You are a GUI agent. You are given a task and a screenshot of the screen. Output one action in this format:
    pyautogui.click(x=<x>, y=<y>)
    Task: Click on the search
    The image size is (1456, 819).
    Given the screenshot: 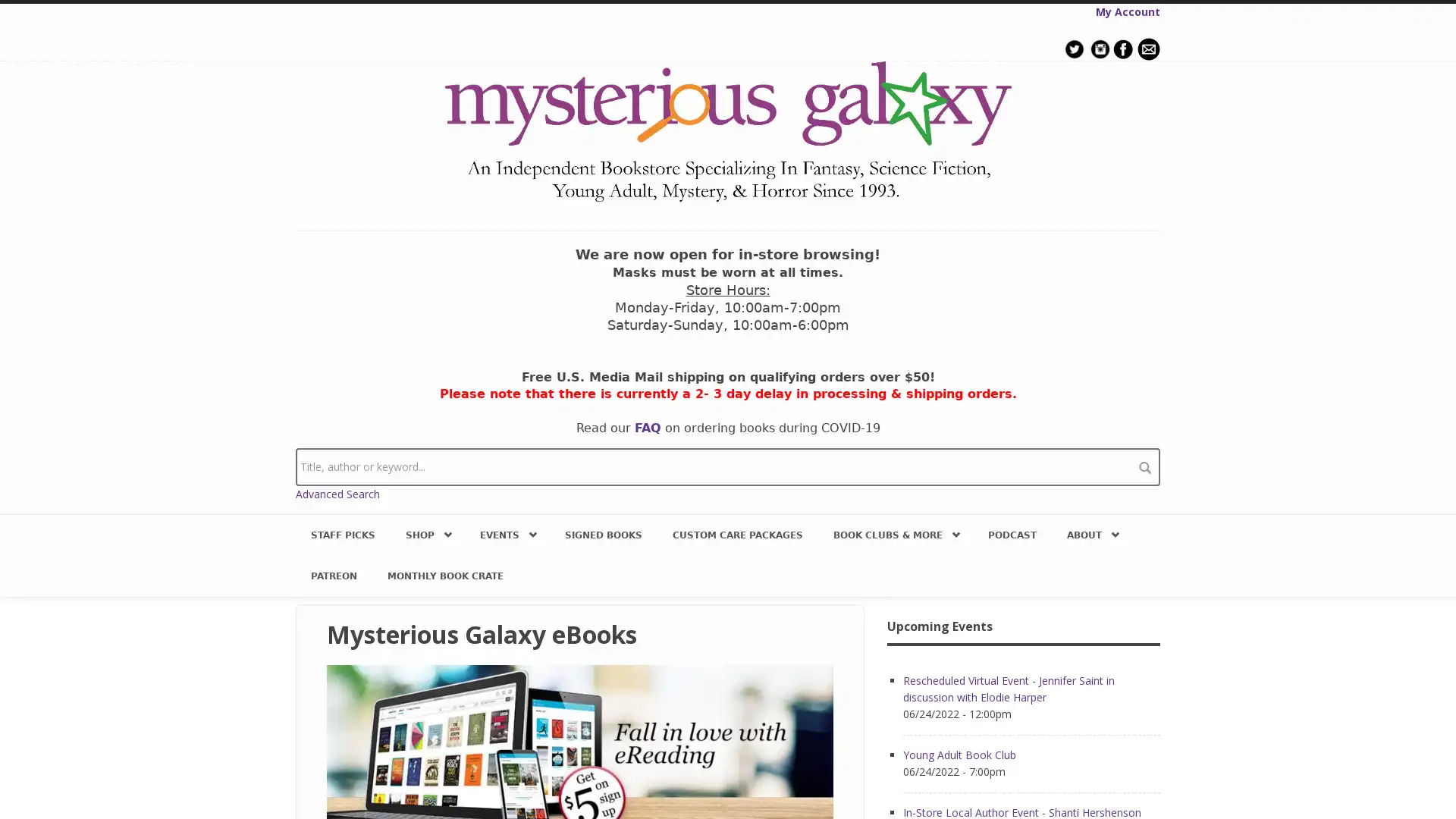 What is the action you would take?
    pyautogui.click(x=1145, y=466)
    